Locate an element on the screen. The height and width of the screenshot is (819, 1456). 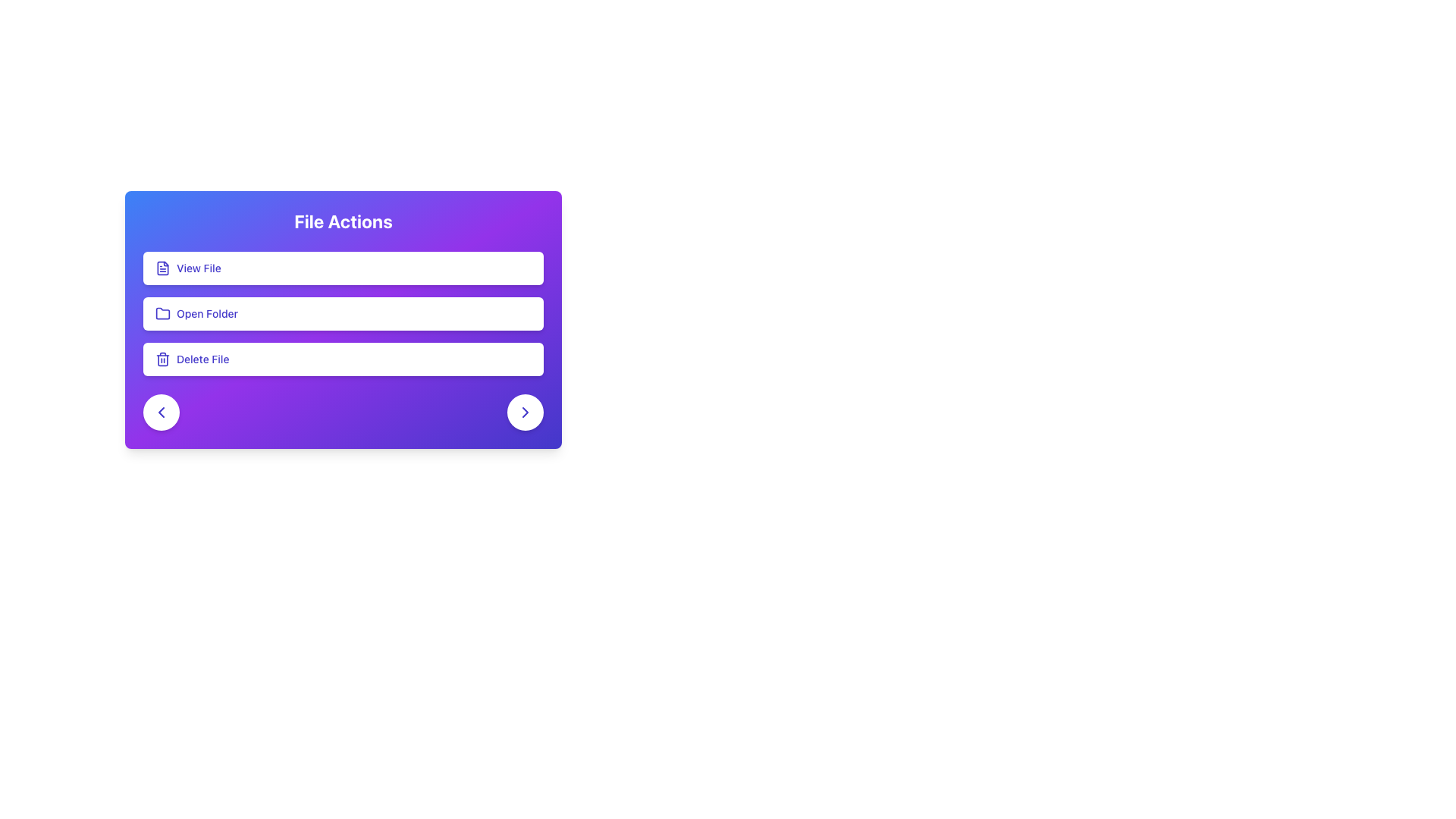
the button that opens a folder or directory, located between the 'View File' and 'Delete File' buttons is located at coordinates (342, 312).